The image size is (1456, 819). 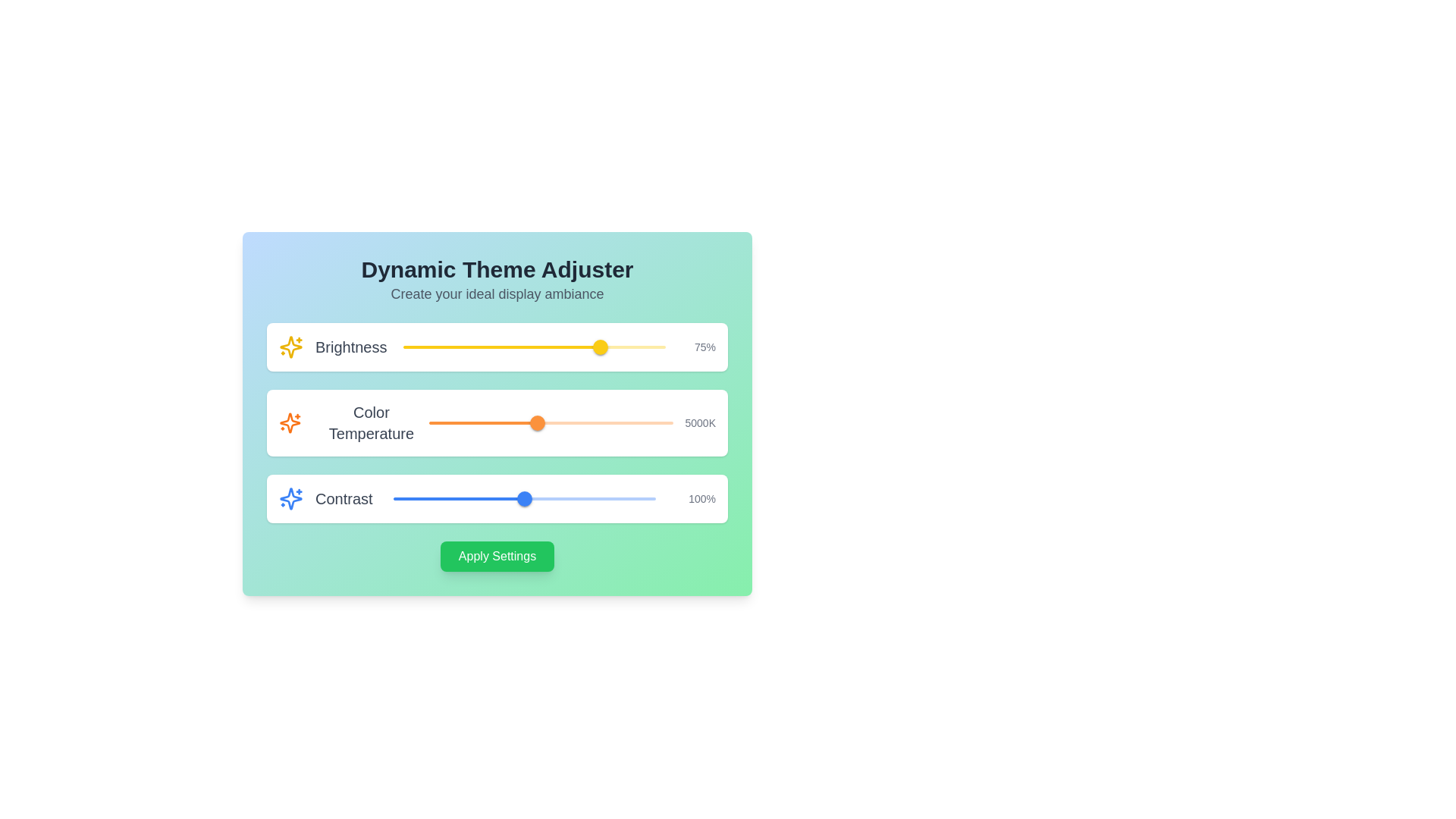 I want to click on the contrast level, so click(x=540, y=499).